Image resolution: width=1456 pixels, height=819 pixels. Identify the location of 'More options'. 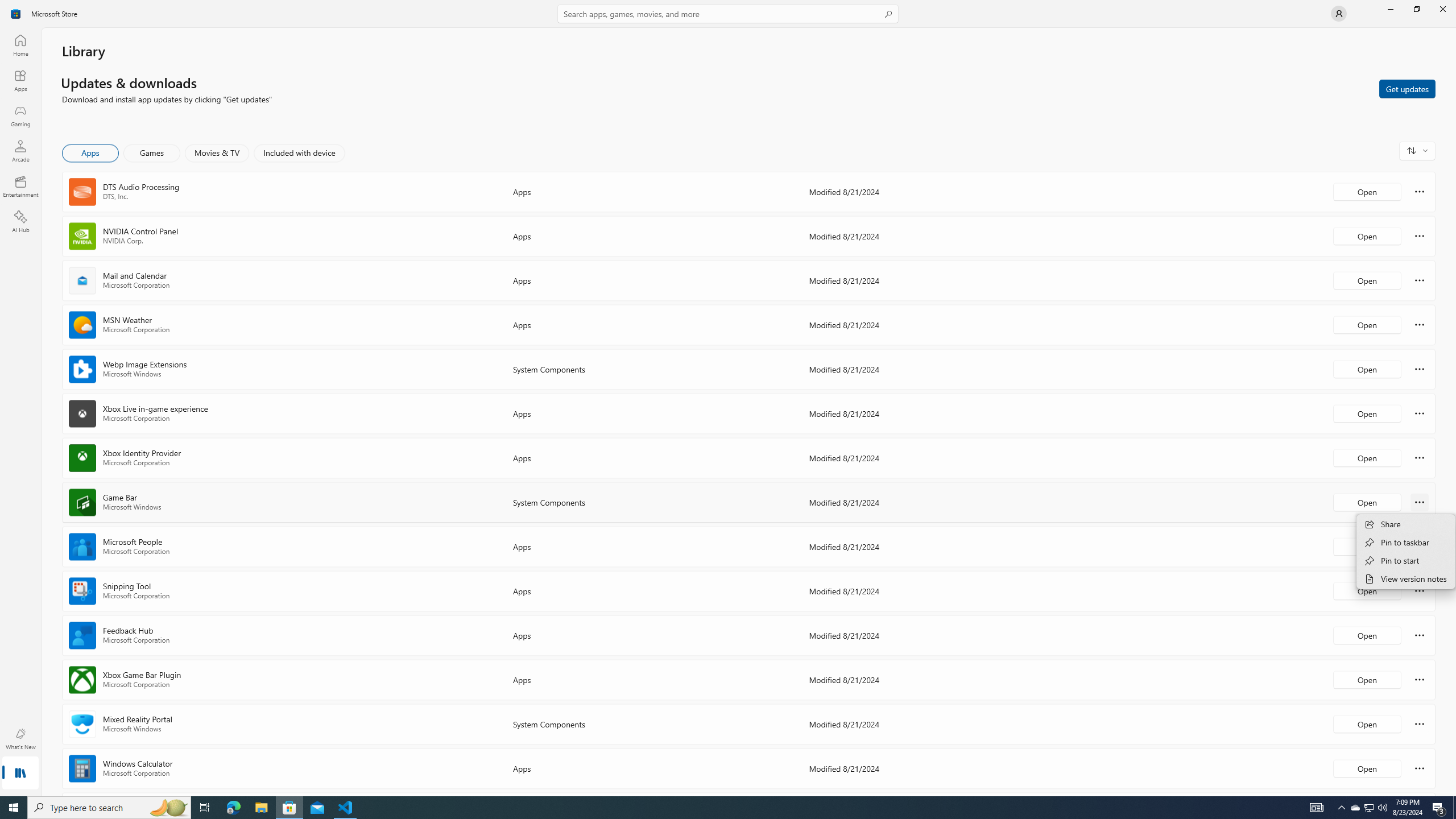
(1419, 767).